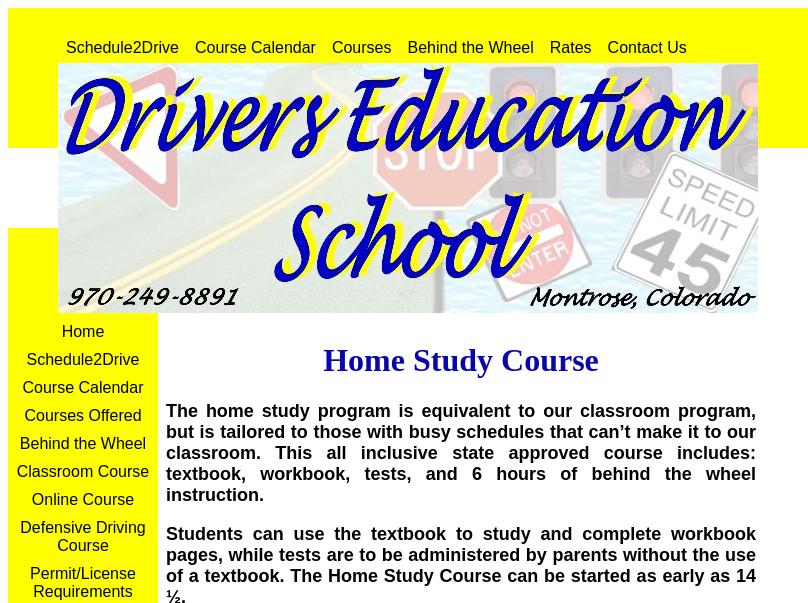  What do you see at coordinates (82, 581) in the screenshot?
I see `'Permit/License Requirements'` at bounding box center [82, 581].